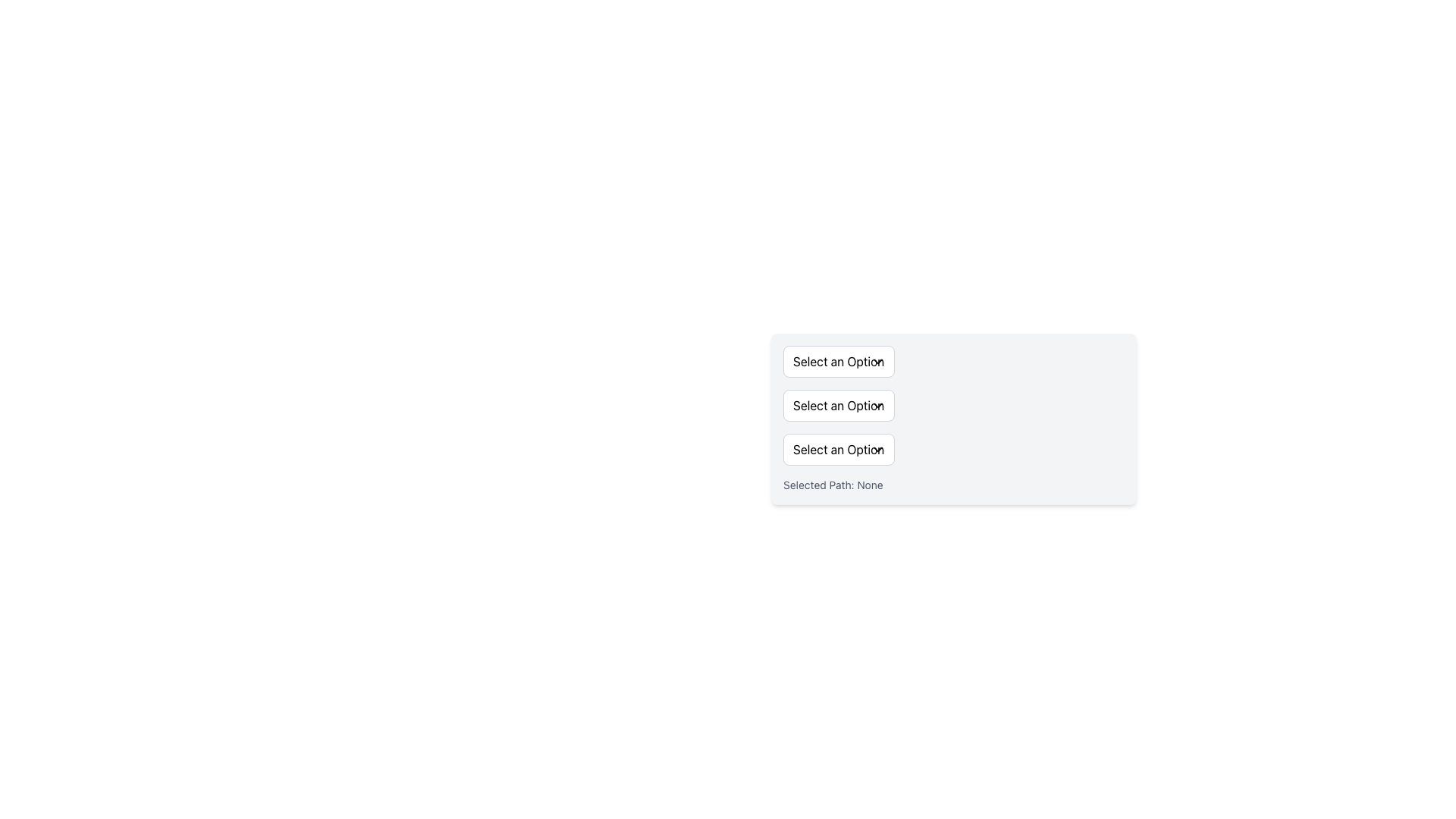  I want to click on the third dropdown menu trigger located below the 'Select an Option' buttons, so click(838, 449).